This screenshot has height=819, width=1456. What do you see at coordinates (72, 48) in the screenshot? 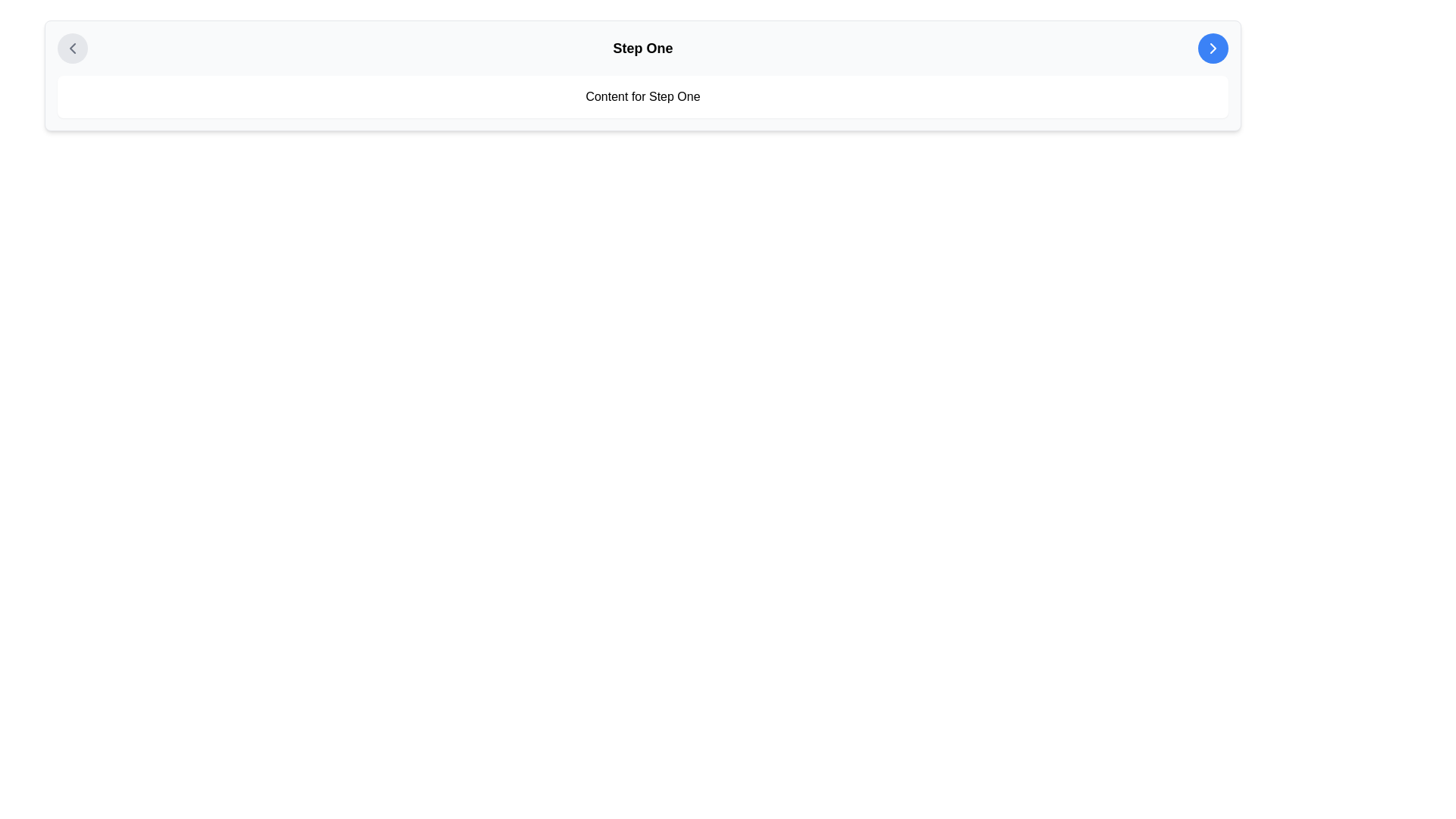
I see `the circular gray button with a left-pointing chevron icon` at bounding box center [72, 48].